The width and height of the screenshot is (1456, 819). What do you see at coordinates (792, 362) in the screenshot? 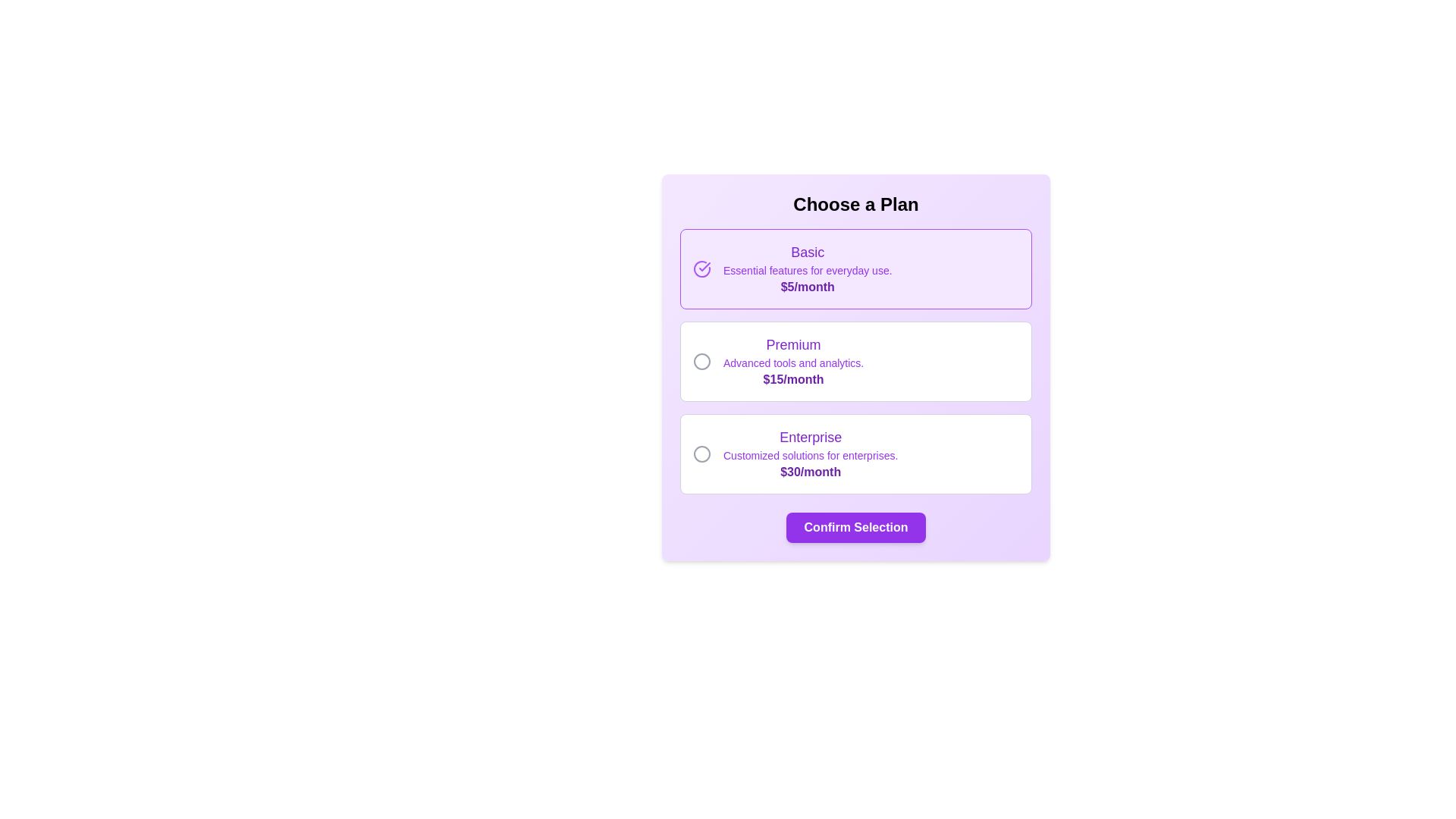
I see `the 'Premium' text block in the 'Choose a Plan' section, which includes the texts 'Premium', 'Advanced tools and analytics.', and '$15/month', styled with purple colors and a white background` at bounding box center [792, 362].